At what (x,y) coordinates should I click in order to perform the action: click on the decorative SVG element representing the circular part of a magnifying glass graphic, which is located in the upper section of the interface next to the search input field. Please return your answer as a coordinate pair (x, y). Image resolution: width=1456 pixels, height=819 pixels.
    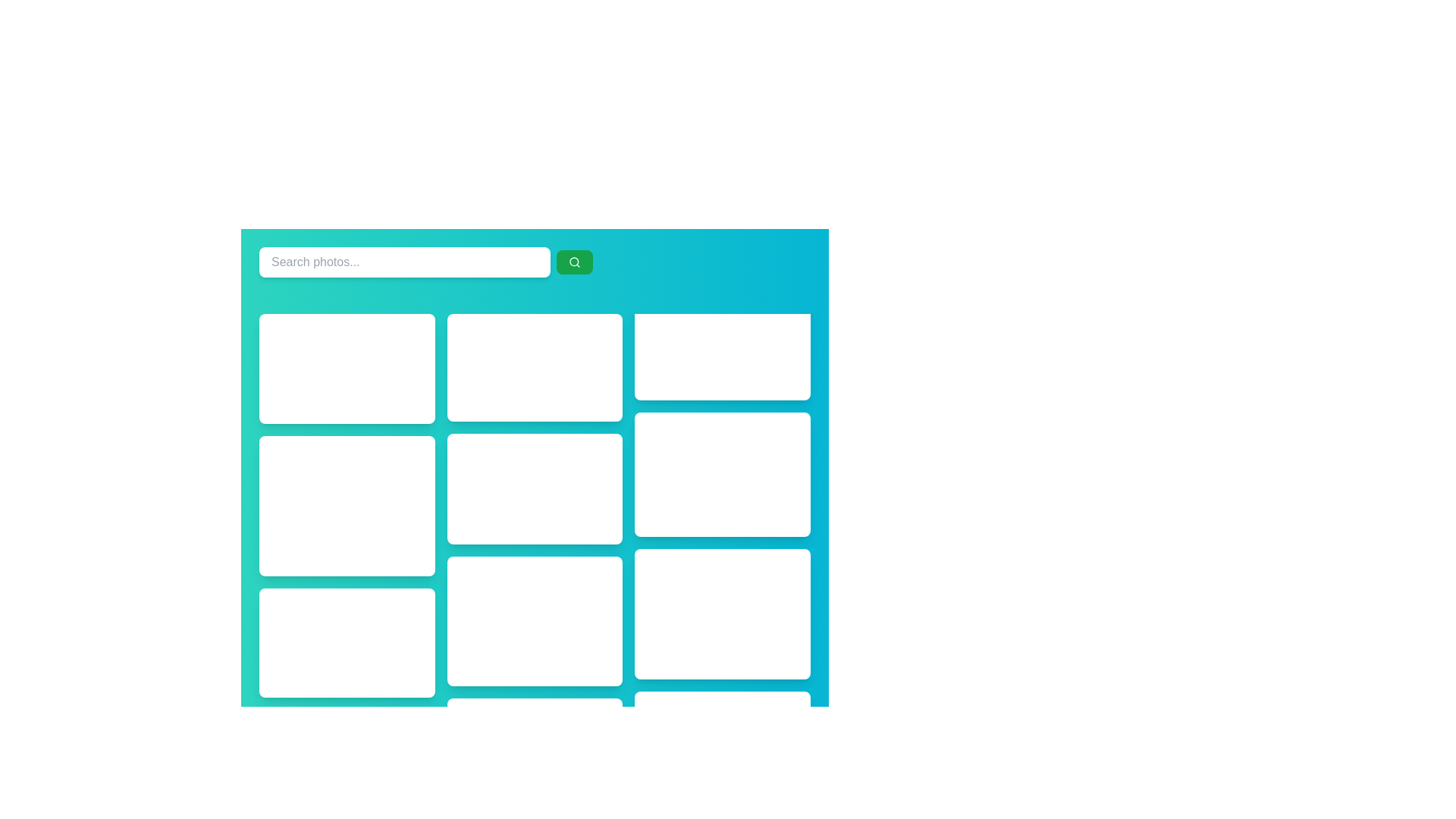
    Looking at the image, I should click on (573, 261).